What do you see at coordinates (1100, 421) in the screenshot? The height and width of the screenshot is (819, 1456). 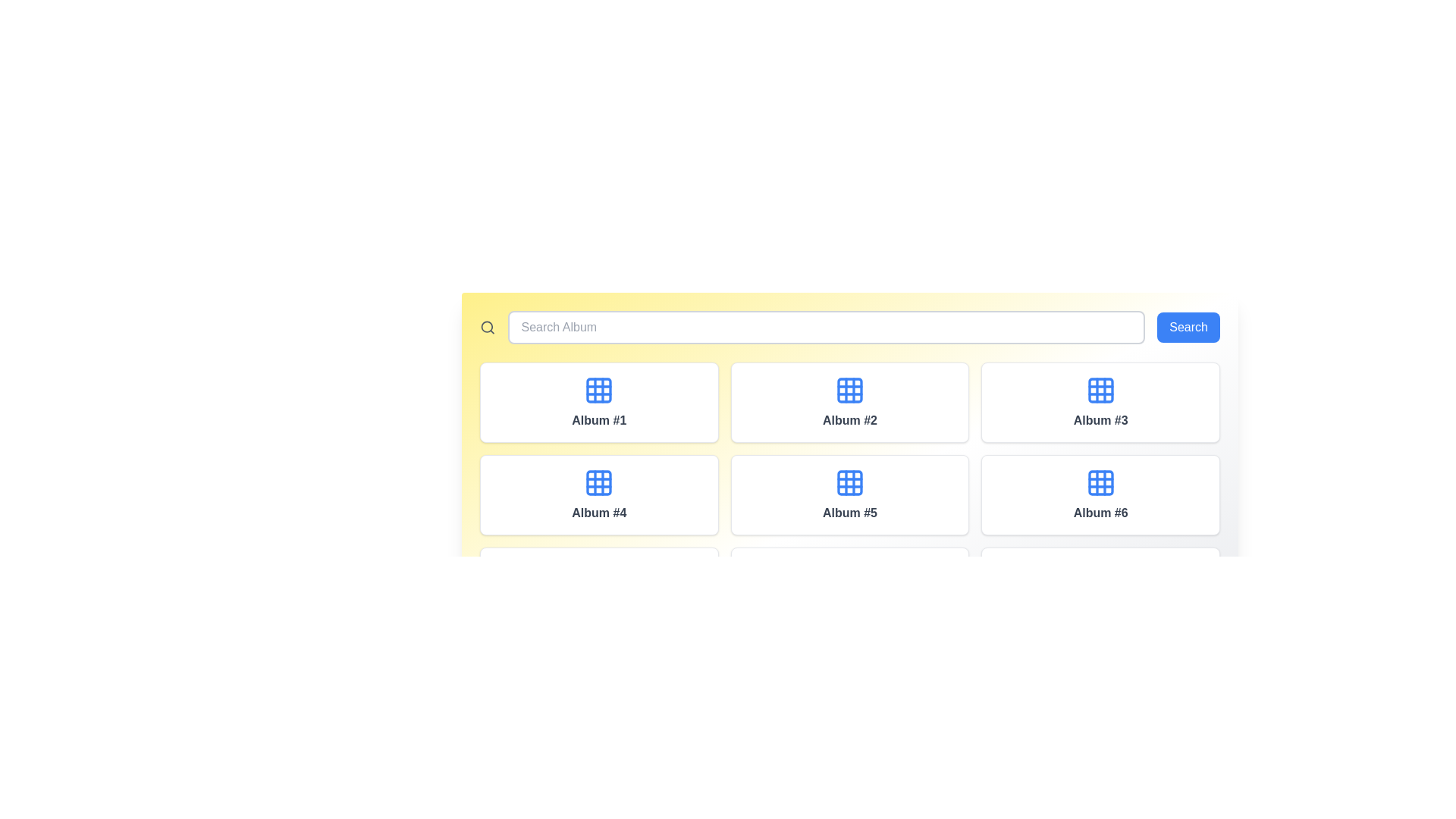 I see `text label displaying 'Album #3', which is a bold dark gray label centered below a grid-like icon in a grid layout` at bounding box center [1100, 421].